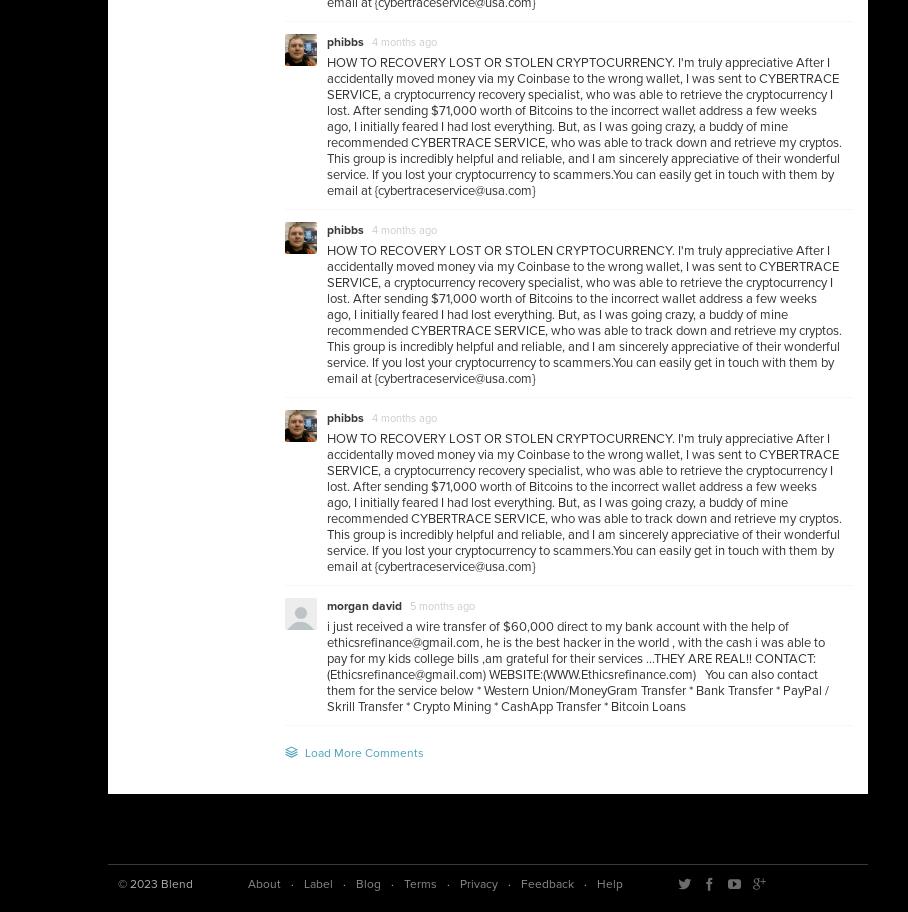 Image resolution: width=908 pixels, height=912 pixels. I want to click on 'Feedback', so click(521, 883).